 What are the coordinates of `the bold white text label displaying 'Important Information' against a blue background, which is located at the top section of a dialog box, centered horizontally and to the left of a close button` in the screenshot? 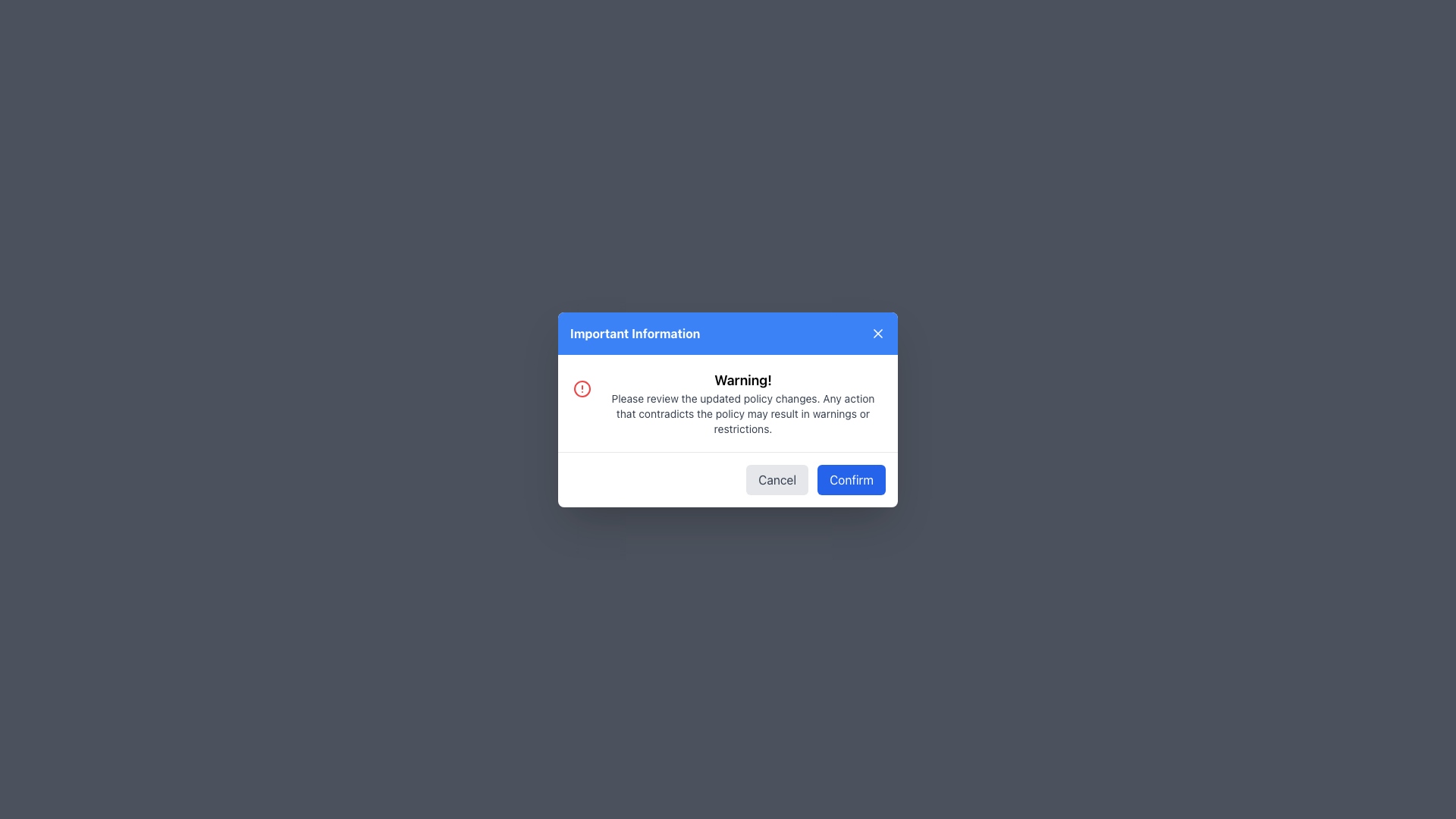 It's located at (635, 332).